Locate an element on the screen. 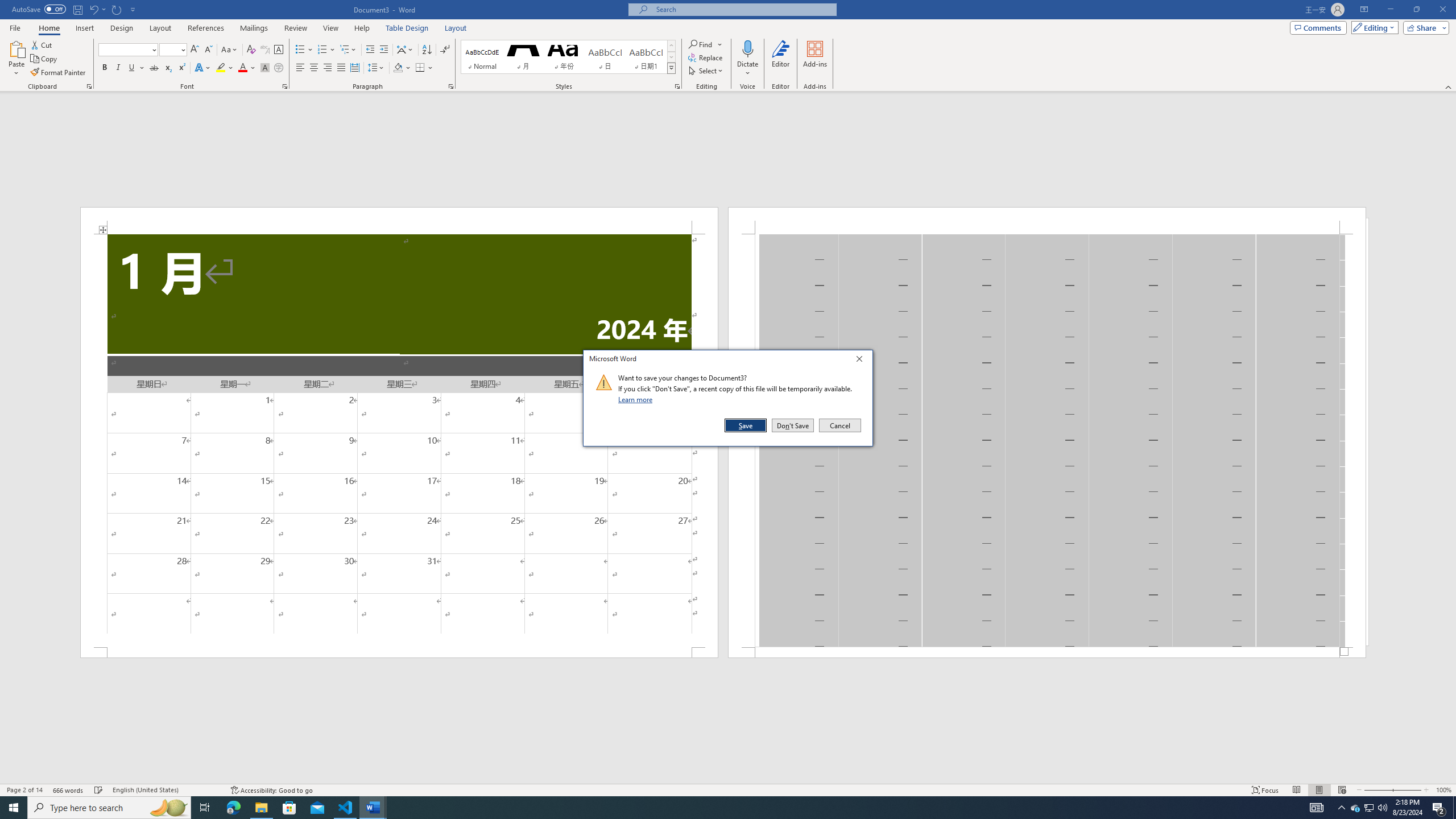 The image size is (1456, 819). 'Search highlights icon opens search home window' is located at coordinates (167, 806).